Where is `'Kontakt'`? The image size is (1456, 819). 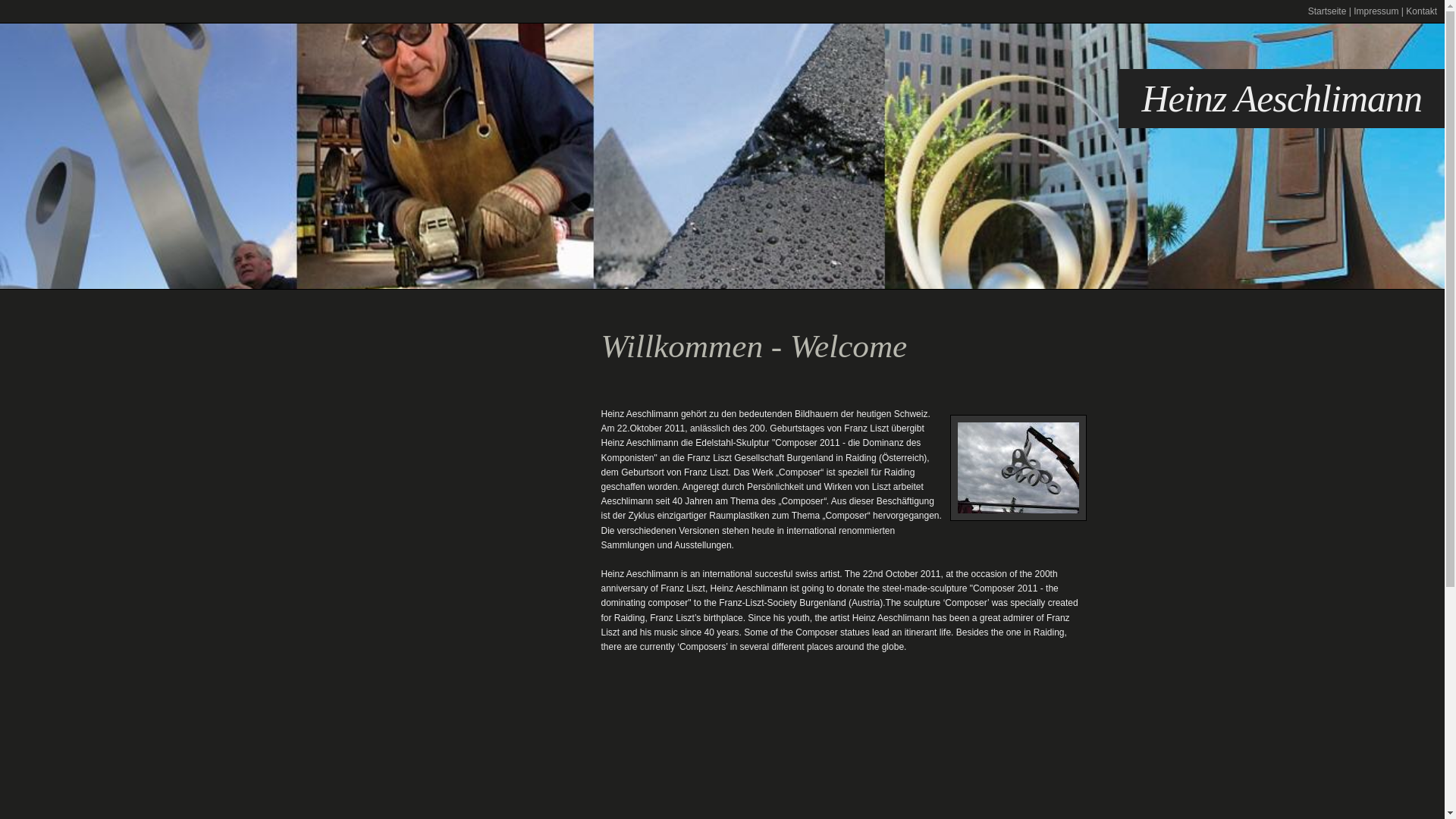
'Kontakt' is located at coordinates (1420, 11).